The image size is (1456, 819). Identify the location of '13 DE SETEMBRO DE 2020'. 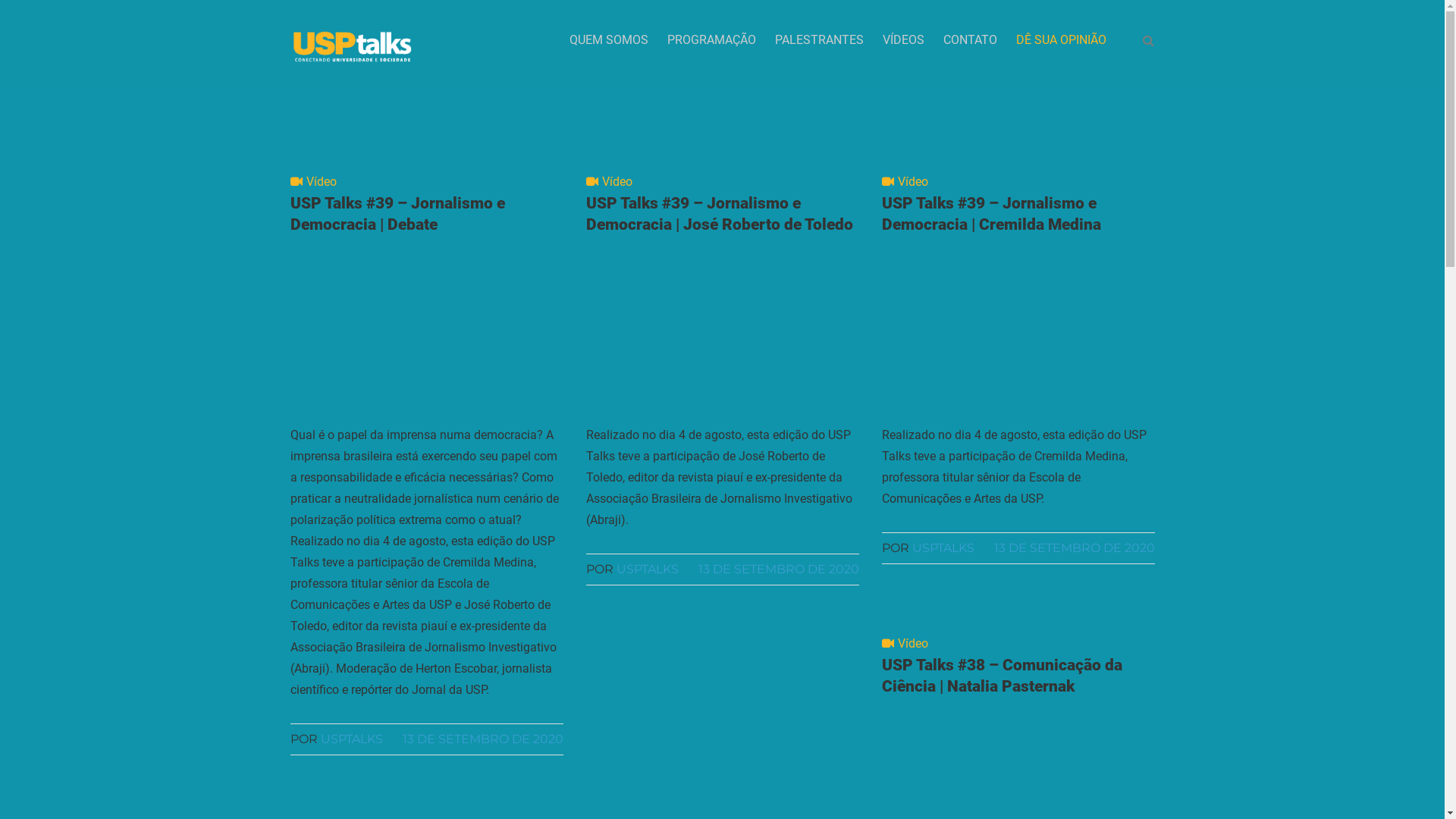
(482, 738).